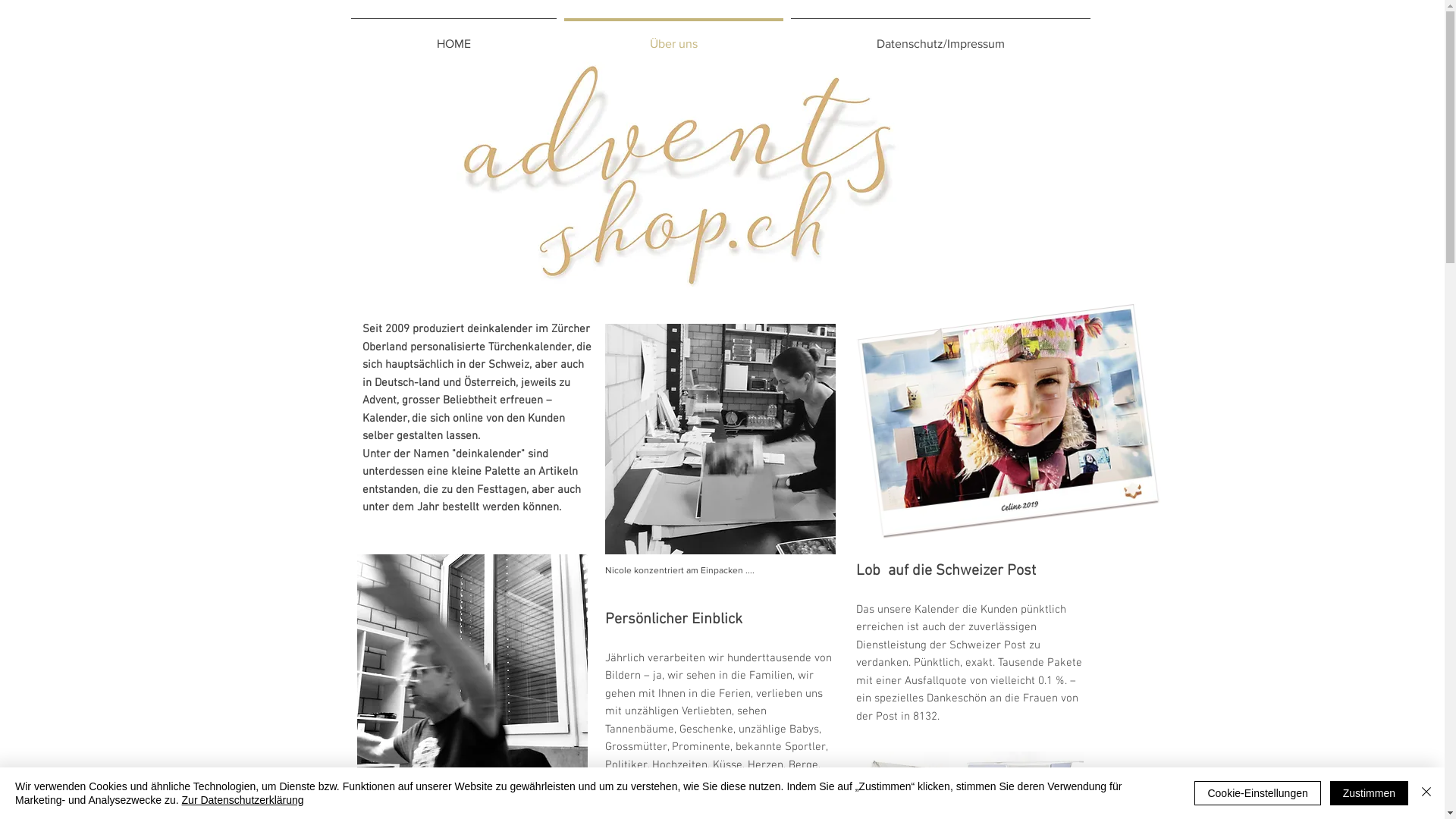  What do you see at coordinates (1369, 792) in the screenshot?
I see `'Zustimmen'` at bounding box center [1369, 792].